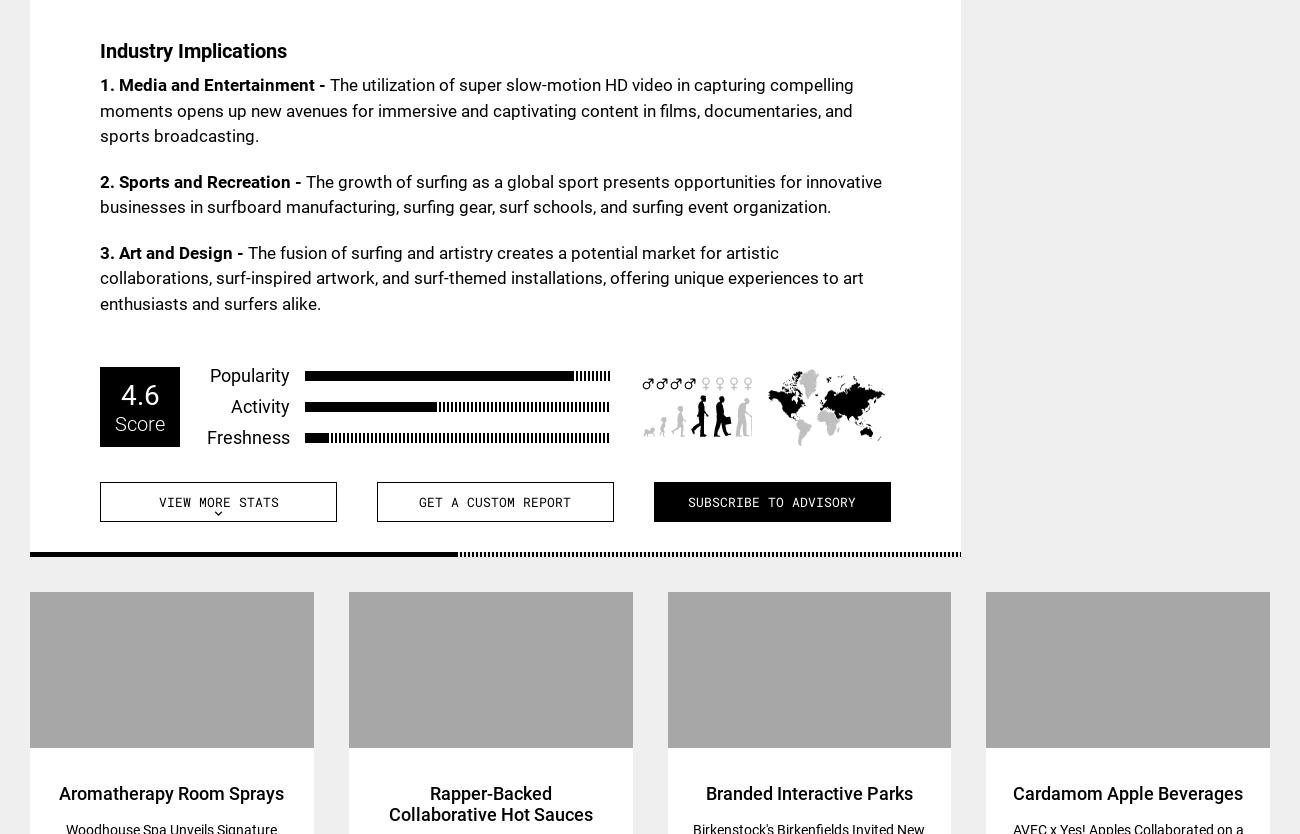 The height and width of the screenshot is (834, 1300). What do you see at coordinates (217, 500) in the screenshot?
I see `'VIEW MORE STATS'` at bounding box center [217, 500].